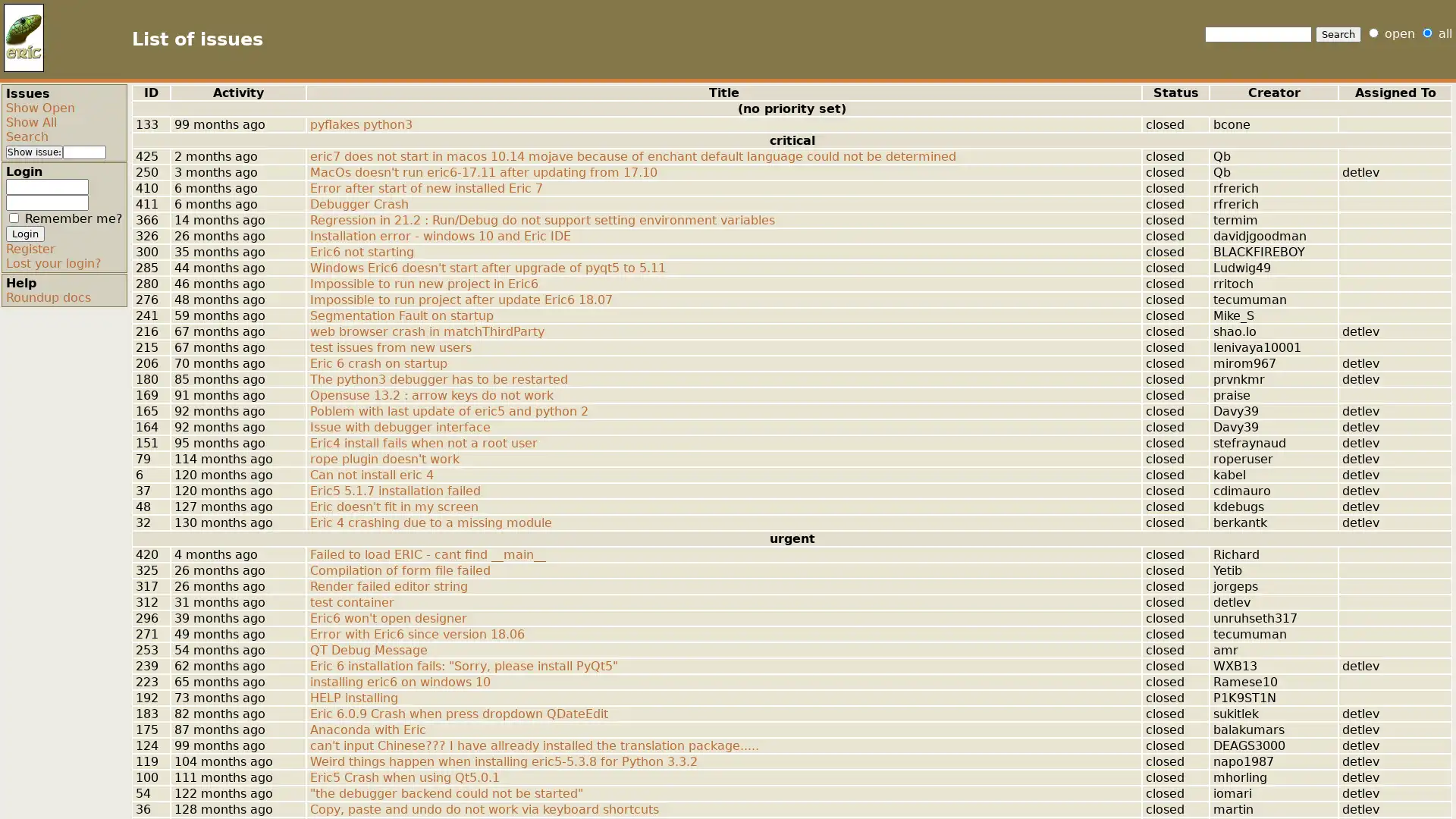 This screenshot has width=1456, height=819. Describe the element at coordinates (34, 152) in the screenshot. I see `Show issue:` at that location.